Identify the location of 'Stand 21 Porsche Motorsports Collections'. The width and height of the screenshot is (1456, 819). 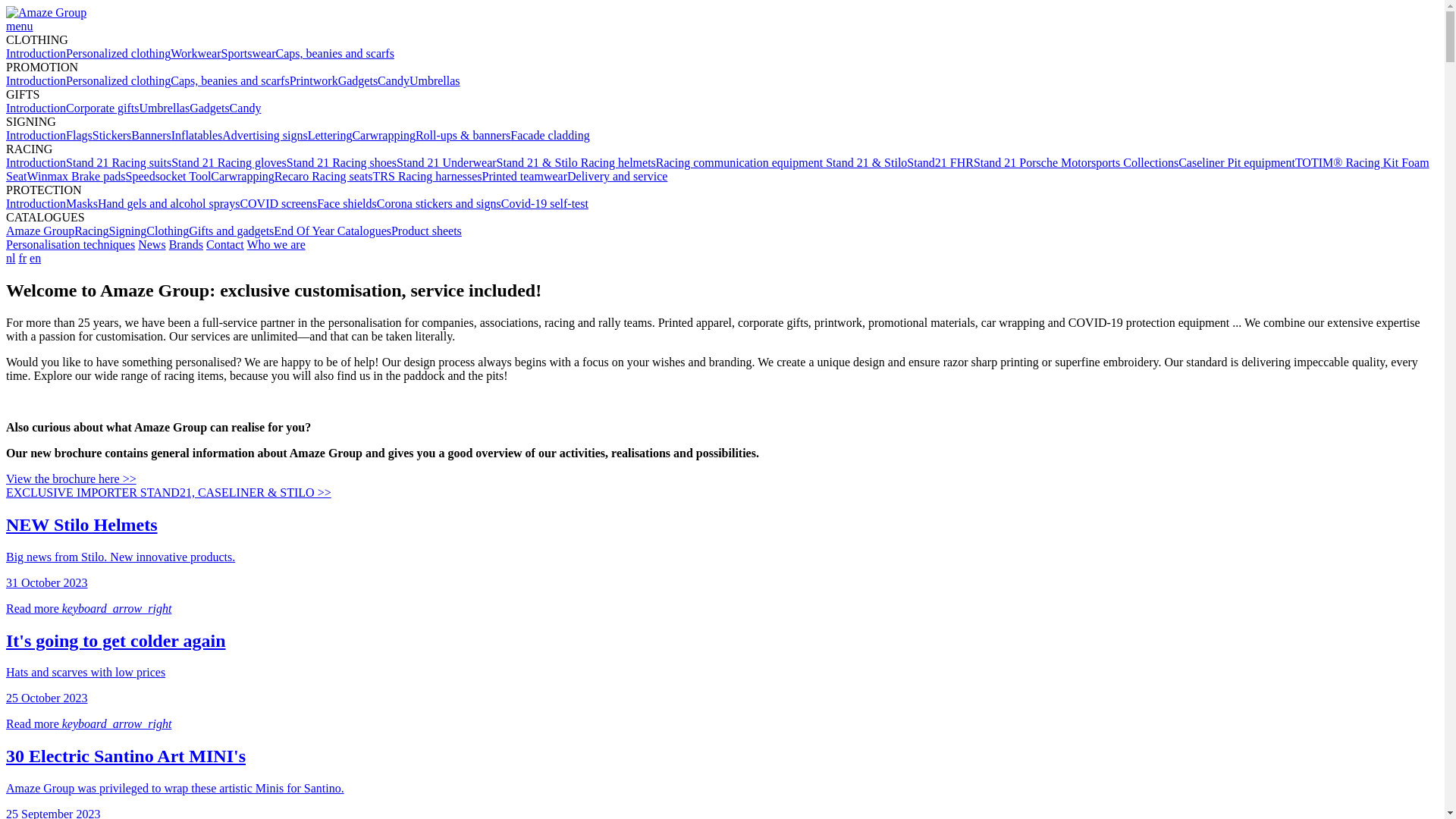
(1075, 162).